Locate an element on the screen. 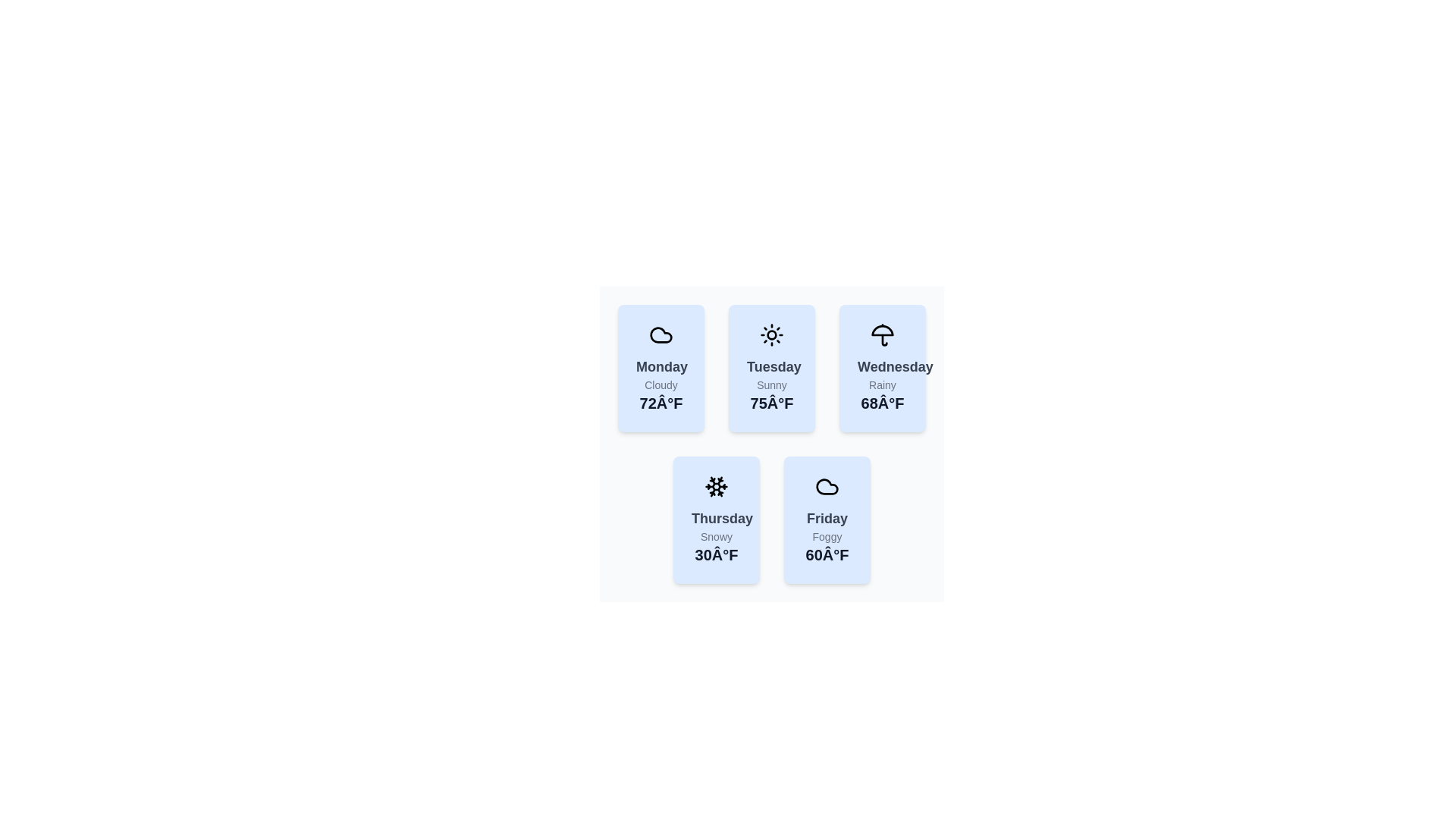 The width and height of the screenshot is (1456, 819). the text label displaying '30°F' in bold font and dark gray color, located at the bottom left of the card presenting information for Thursday is located at coordinates (716, 555).